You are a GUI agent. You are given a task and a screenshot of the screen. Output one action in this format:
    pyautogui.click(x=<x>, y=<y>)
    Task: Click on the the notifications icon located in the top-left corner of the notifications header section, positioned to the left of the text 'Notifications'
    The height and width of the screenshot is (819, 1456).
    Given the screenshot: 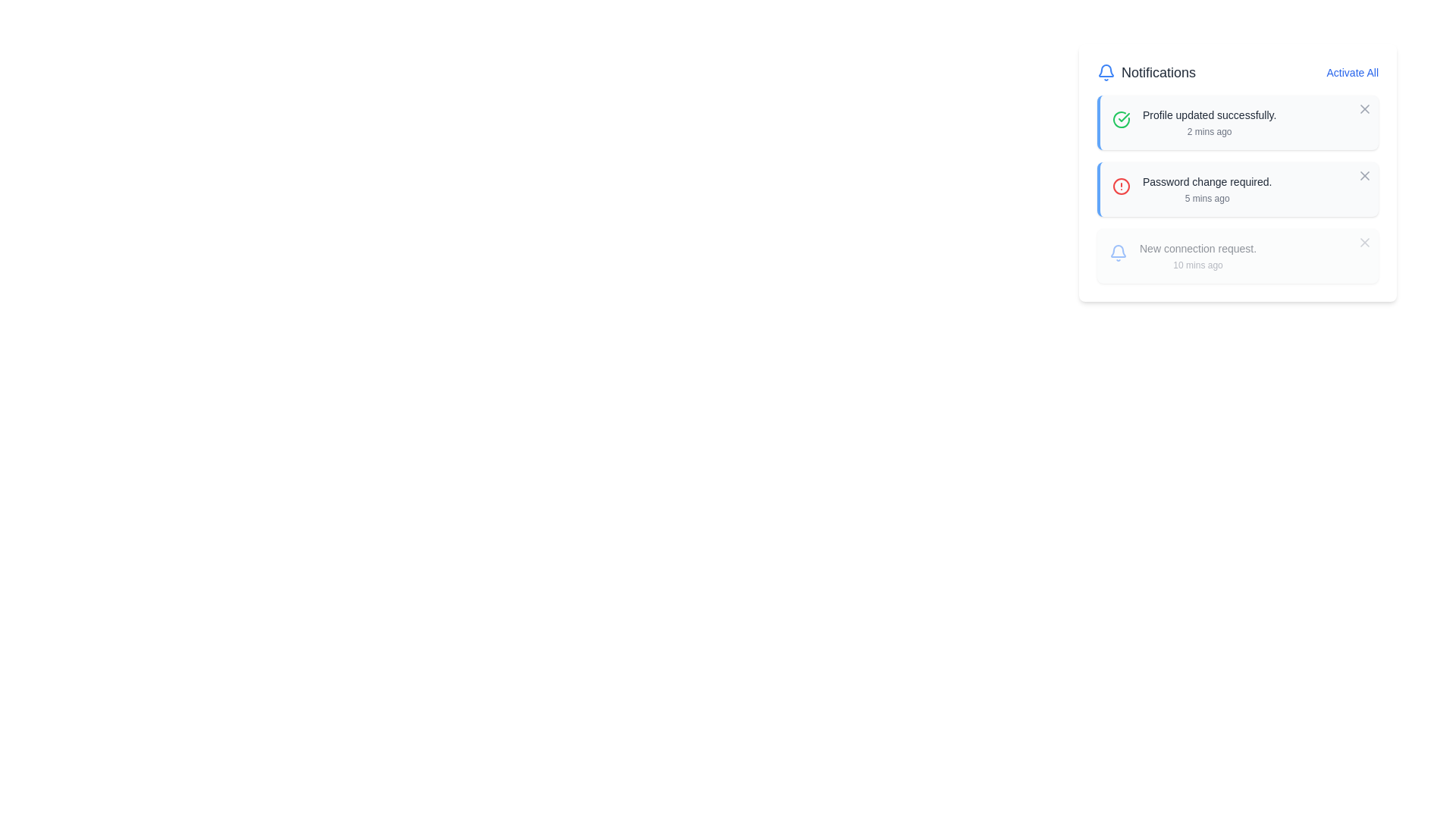 What is the action you would take?
    pyautogui.click(x=1106, y=73)
    